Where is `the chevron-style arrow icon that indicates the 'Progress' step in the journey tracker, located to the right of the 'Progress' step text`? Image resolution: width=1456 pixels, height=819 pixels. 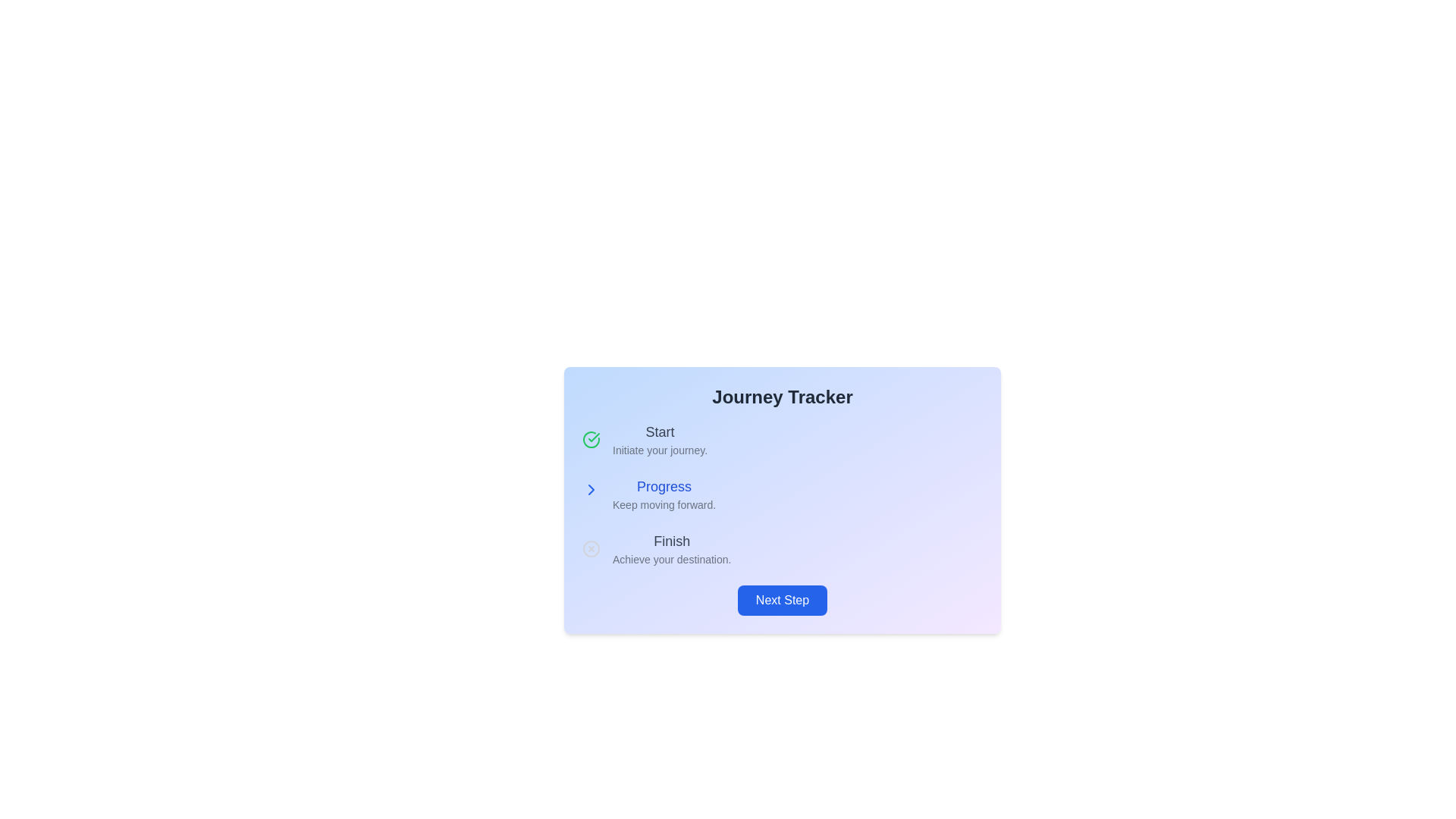 the chevron-style arrow icon that indicates the 'Progress' step in the journey tracker, located to the right of the 'Progress' step text is located at coordinates (590, 493).